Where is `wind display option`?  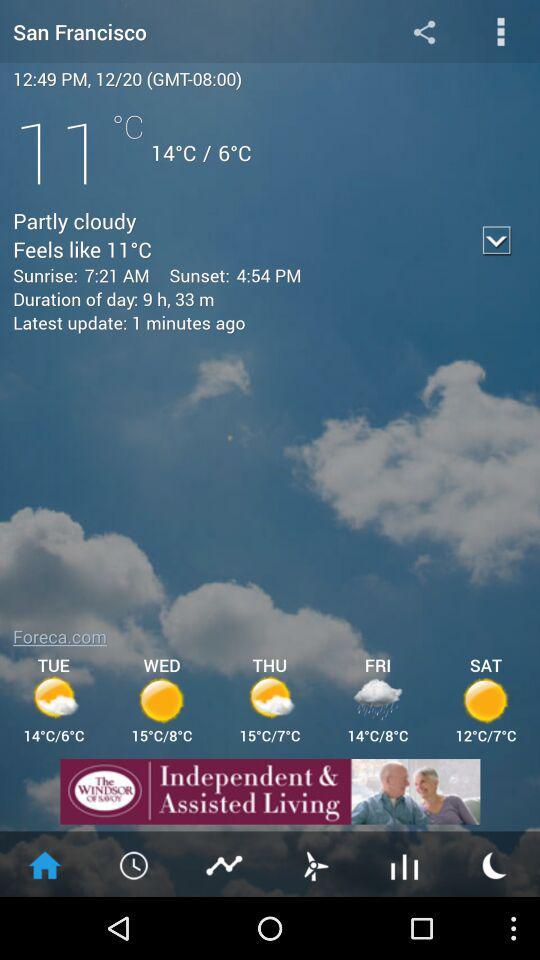 wind display option is located at coordinates (314, 863).